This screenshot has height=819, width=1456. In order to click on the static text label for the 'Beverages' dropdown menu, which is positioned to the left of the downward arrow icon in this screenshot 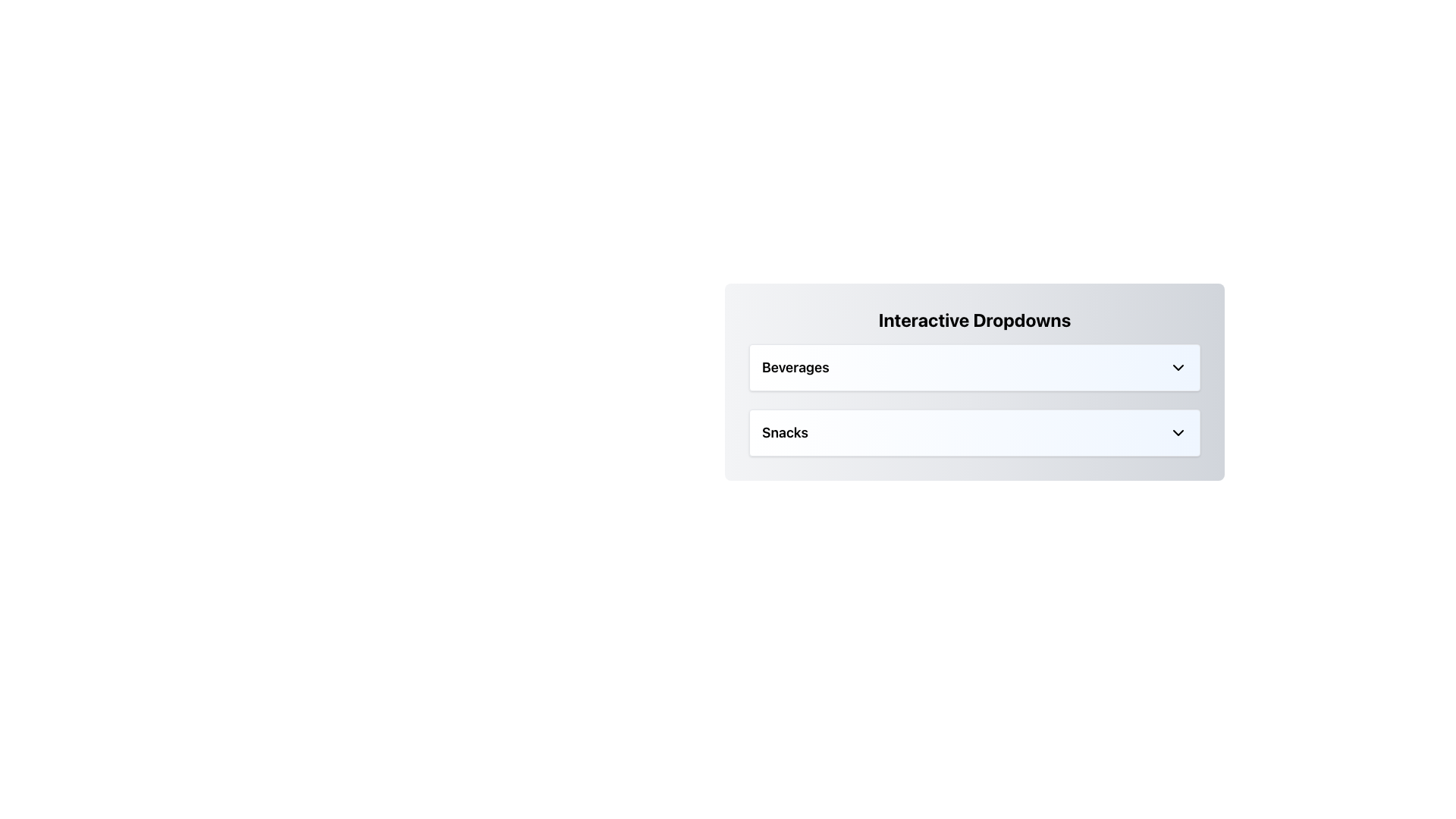, I will do `click(795, 368)`.